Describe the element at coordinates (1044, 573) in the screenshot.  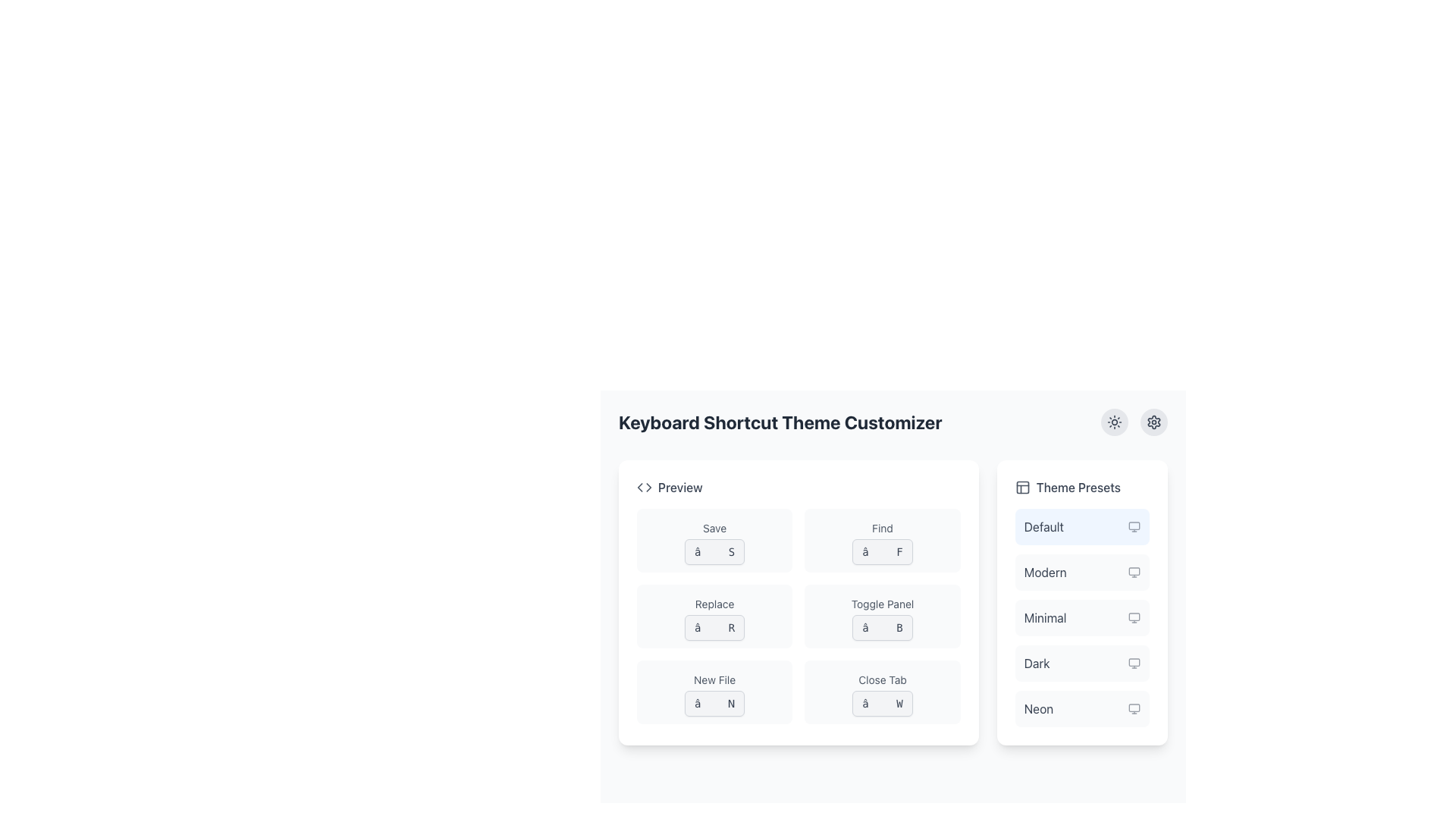
I see `text of the 'Modern' theme option label, which is the second item in the vertical list of theme options under the 'Theme Presets' heading` at that location.